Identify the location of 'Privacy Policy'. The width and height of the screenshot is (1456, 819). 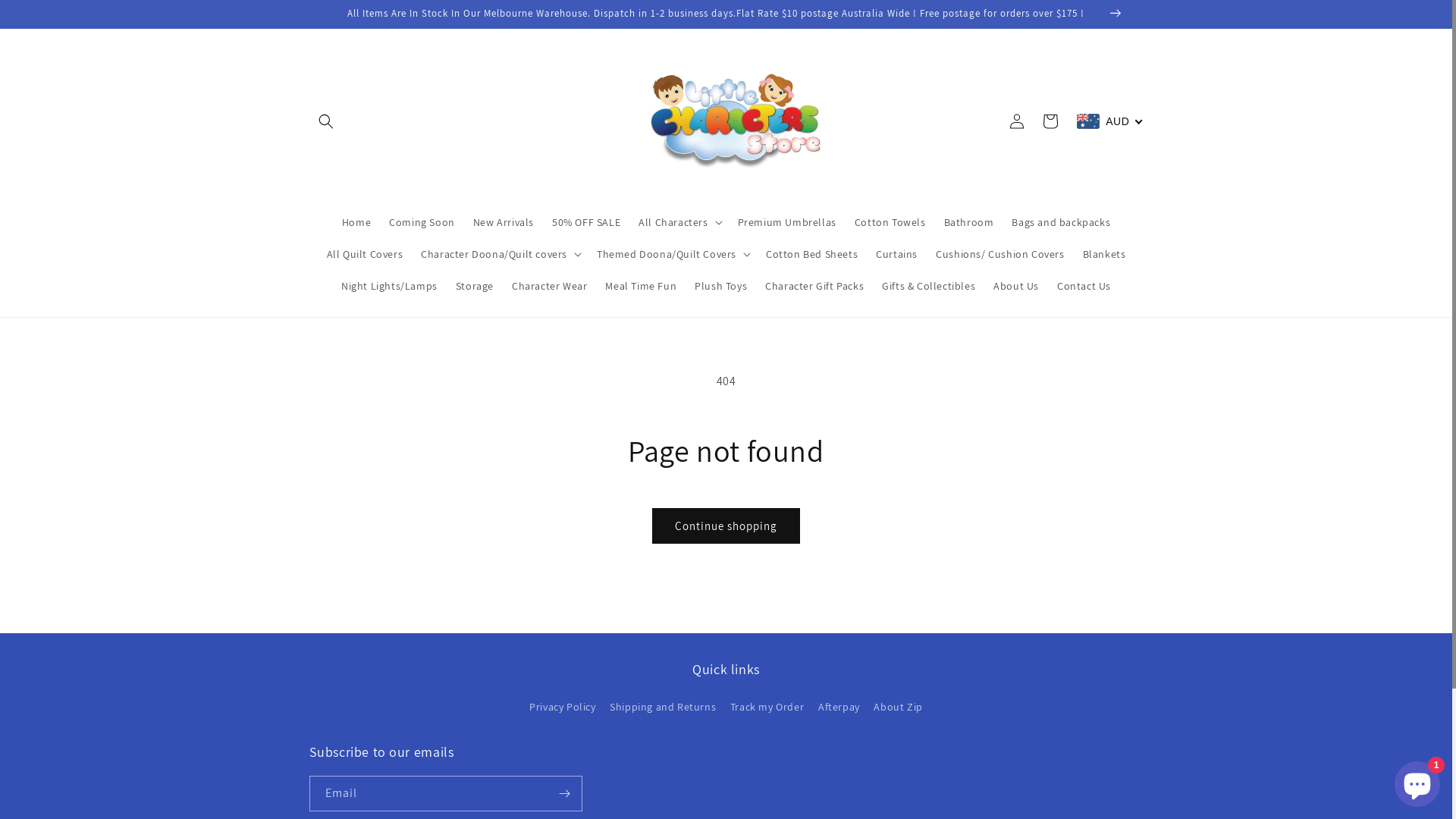
(529, 708).